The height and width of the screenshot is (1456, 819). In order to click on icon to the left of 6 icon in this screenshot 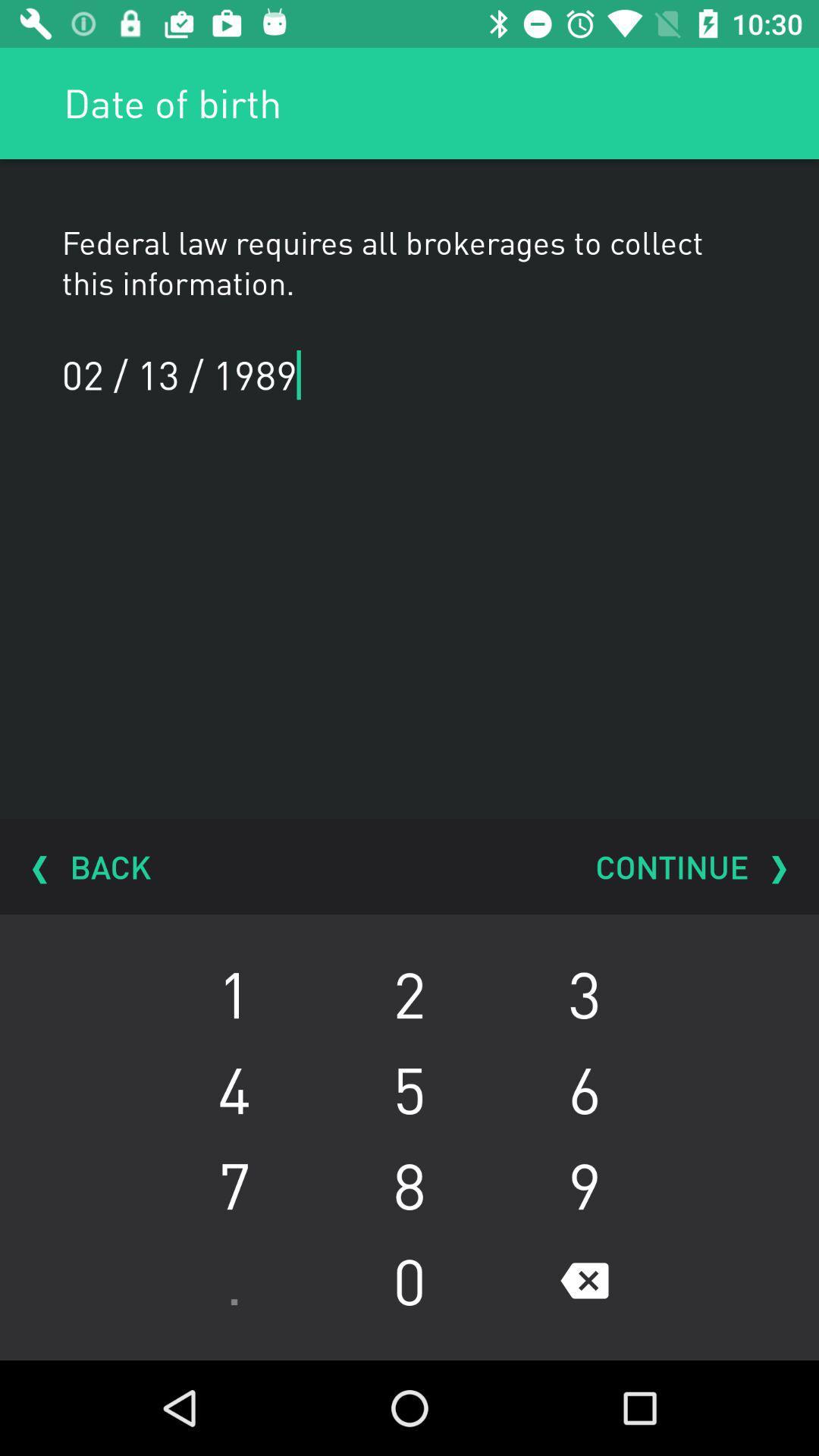, I will do `click(409, 1185)`.